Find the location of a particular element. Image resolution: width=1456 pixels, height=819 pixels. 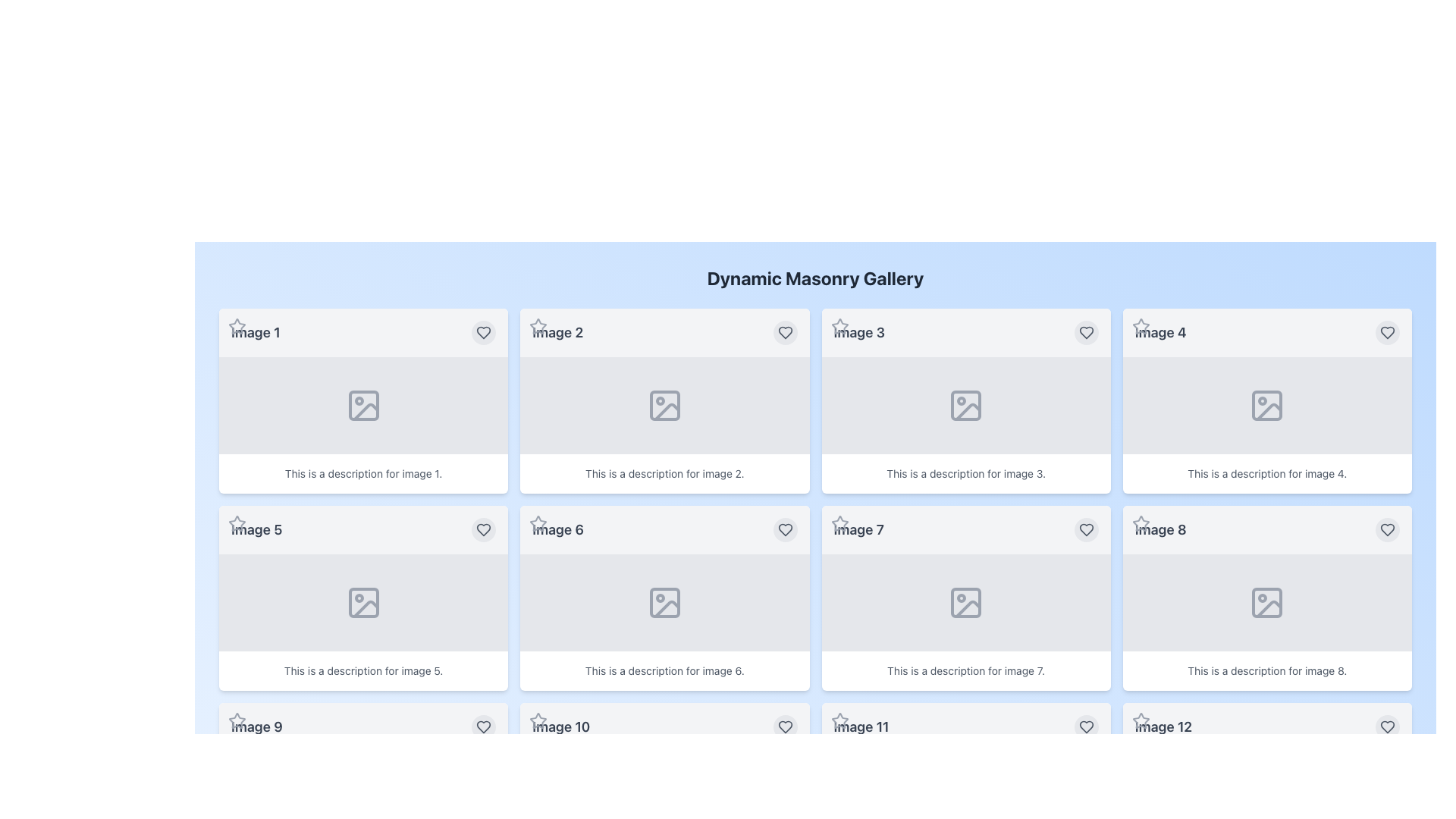

the image card displaying the title 'Image 8' and description 'This is a description for image 8.' in the gallery grid is located at coordinates (1267, 598).